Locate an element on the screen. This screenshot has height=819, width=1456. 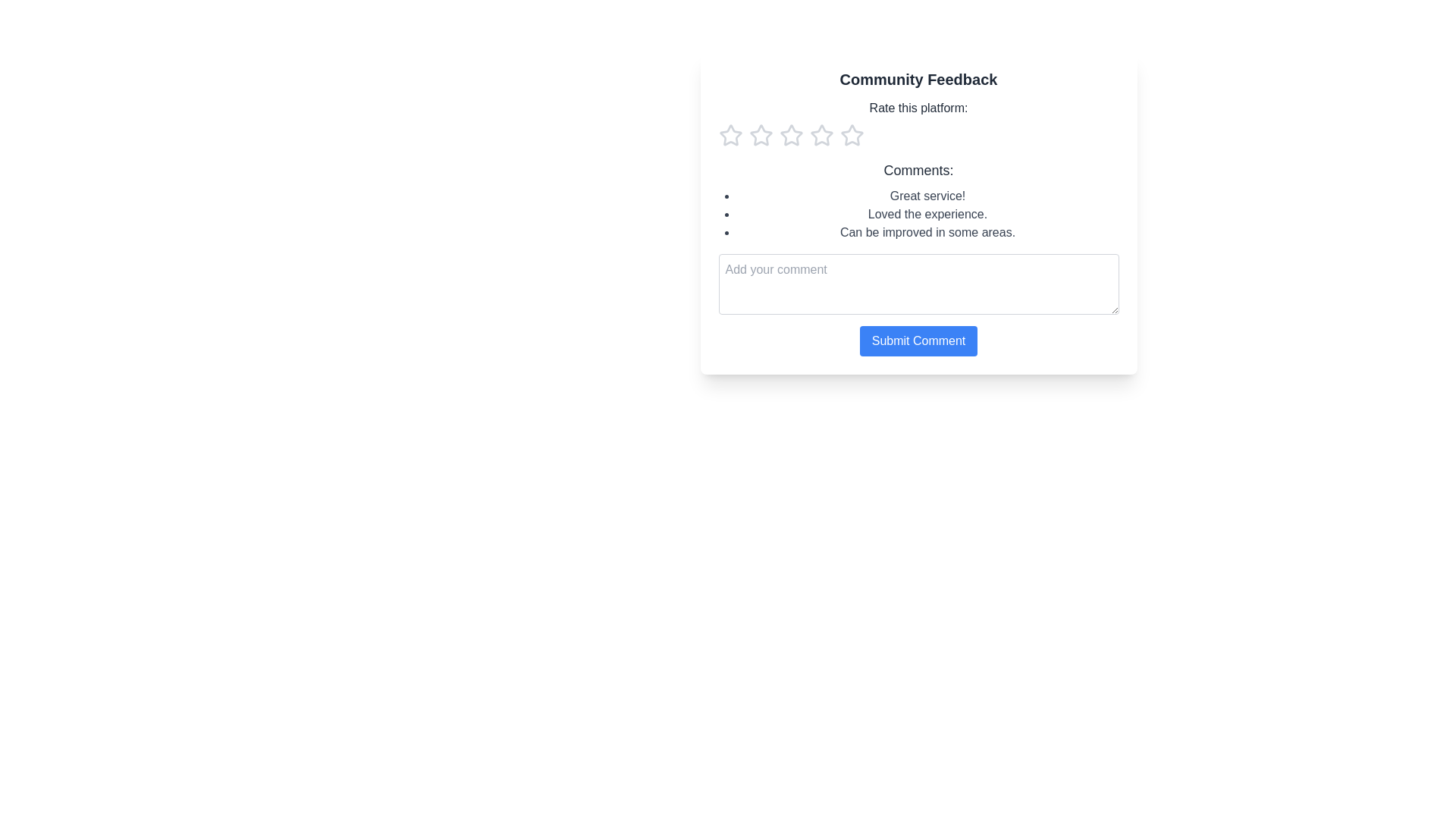
the static text element that says 'Loved the experience.' which is the second item in the bullet point list under the comments section is located at coordinates (927, 214).